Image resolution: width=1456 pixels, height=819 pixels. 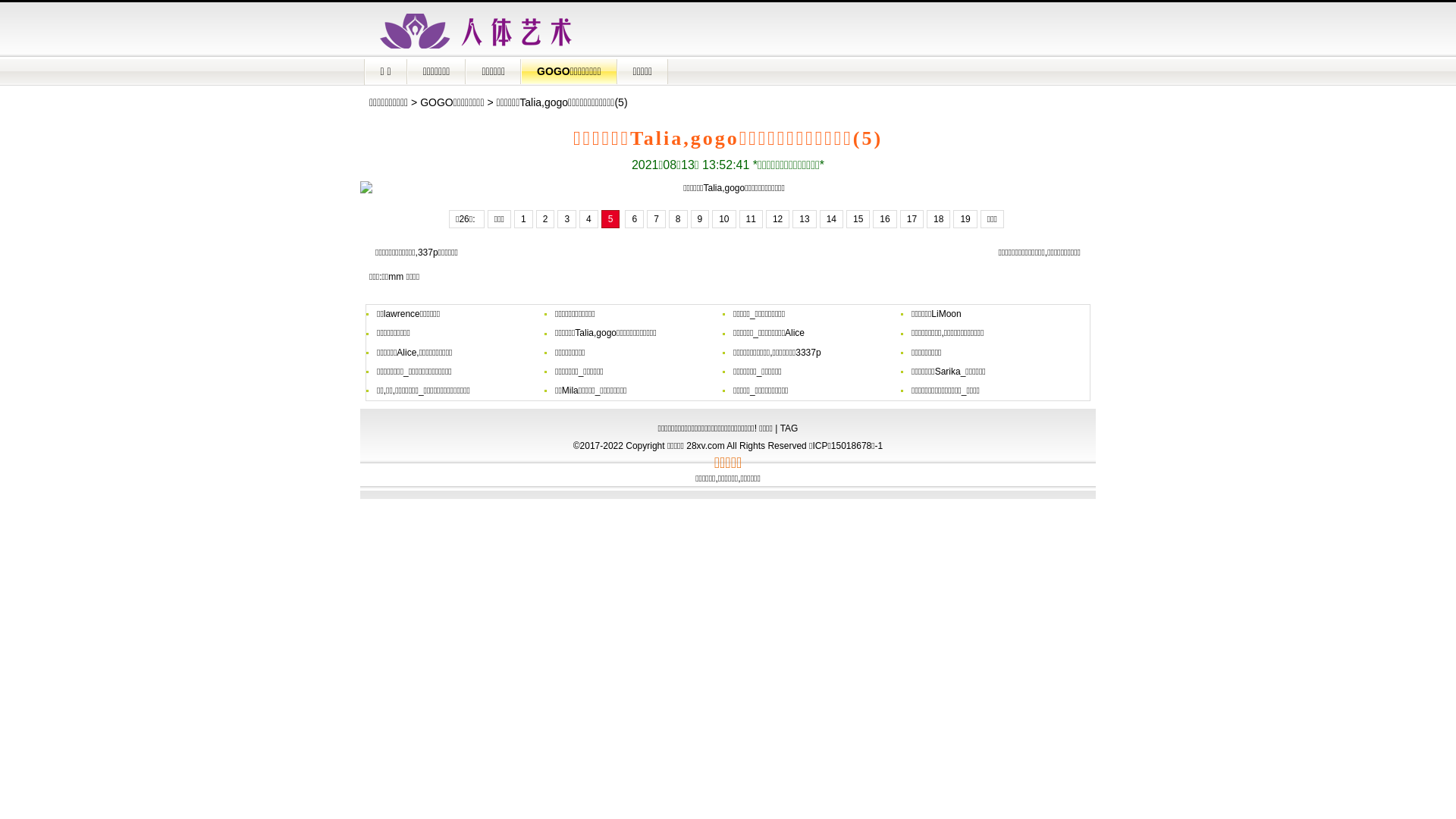 What do you see at coordinates (751, 219) in the screenshot?
I see `'11'` at bounding box center [751, 219].